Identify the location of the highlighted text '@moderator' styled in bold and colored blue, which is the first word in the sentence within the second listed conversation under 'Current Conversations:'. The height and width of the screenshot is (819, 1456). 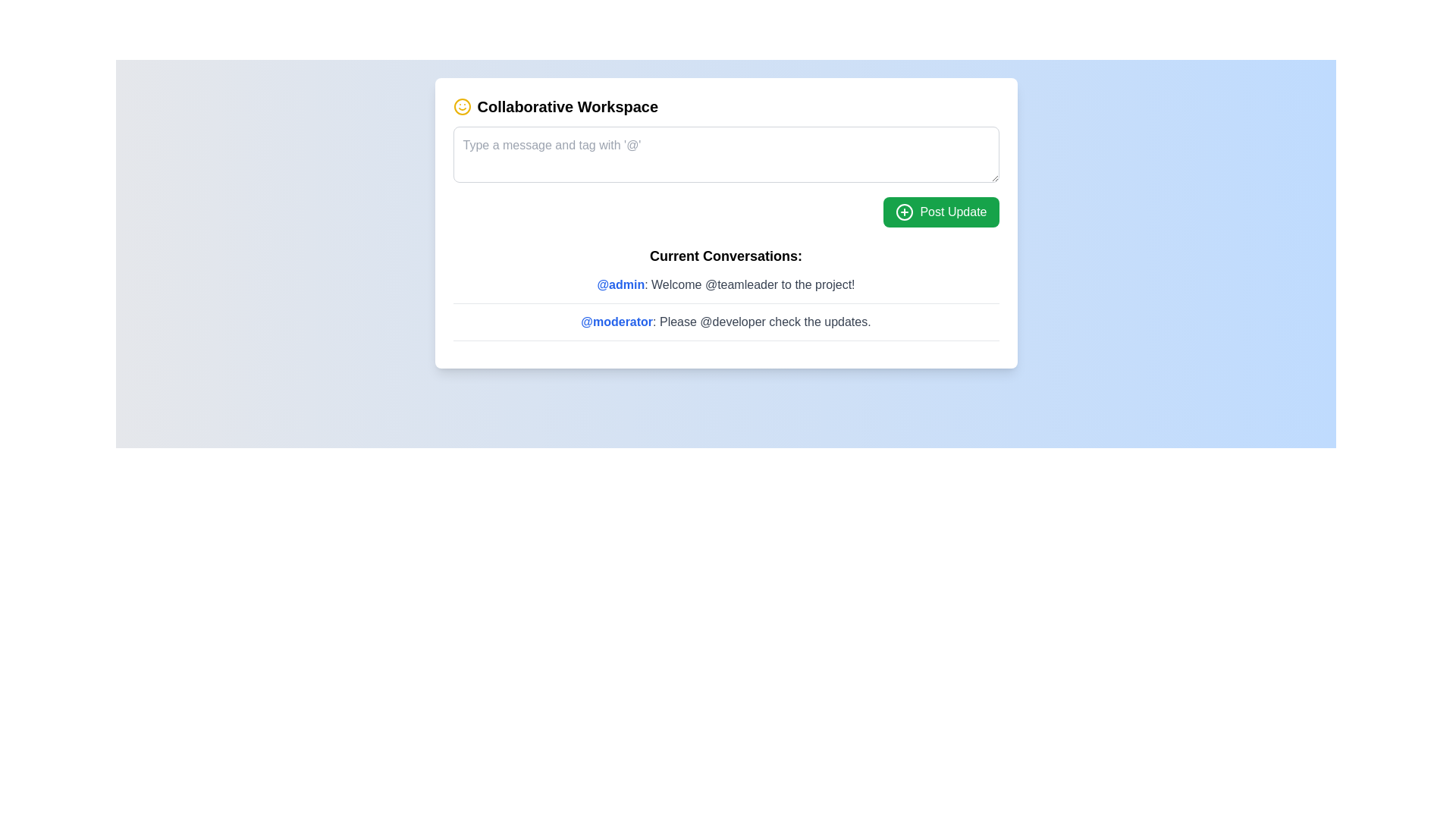
(617, 321).